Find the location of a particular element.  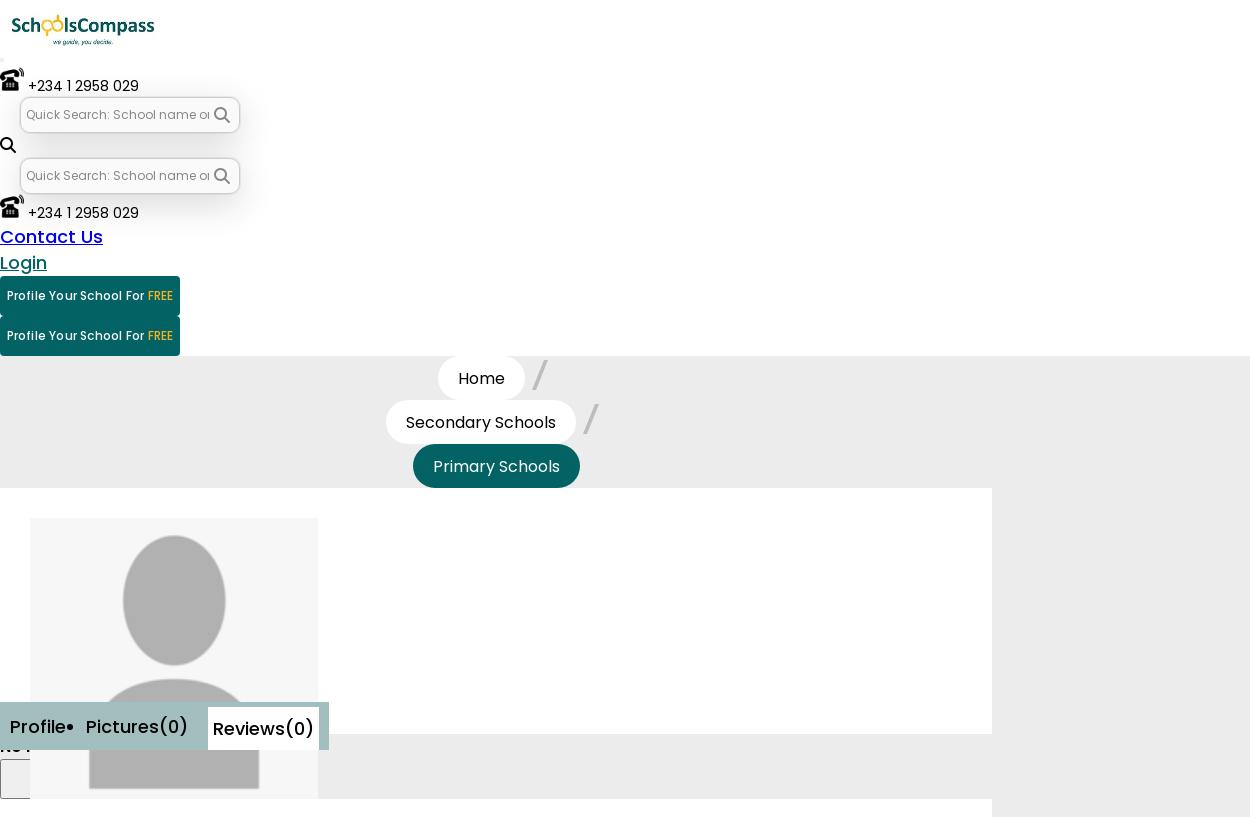

'Home' is located at coordinates (479, 376).